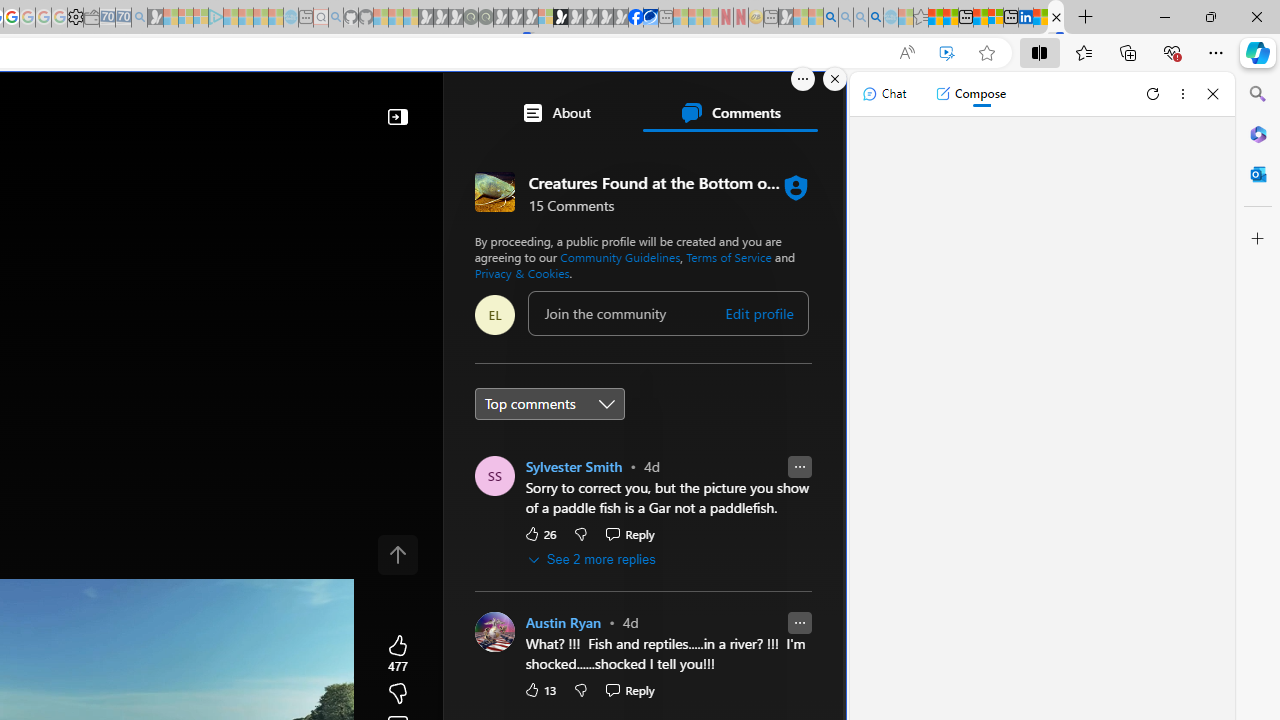 The width and height of the screenshot is (1280, 720). What do you see at coordinates (539, 532) in the screenshot?
I see `'26 Like'` at bounding box center [539, 532].